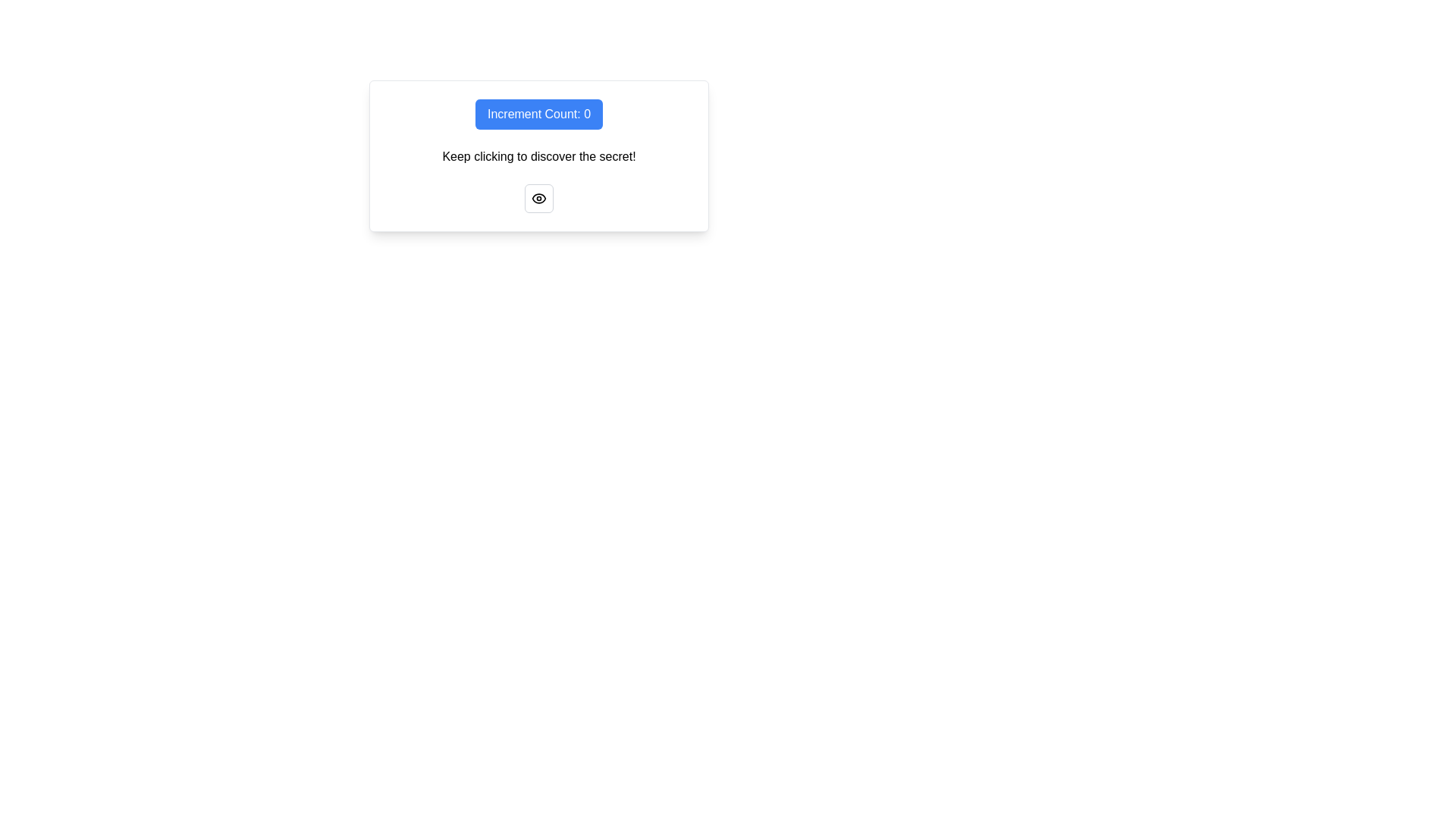  Describe the element at coordinates (538, 198) in the screenshot. I see `the eye-shaped icon button with a white background and light gray border` at that location.